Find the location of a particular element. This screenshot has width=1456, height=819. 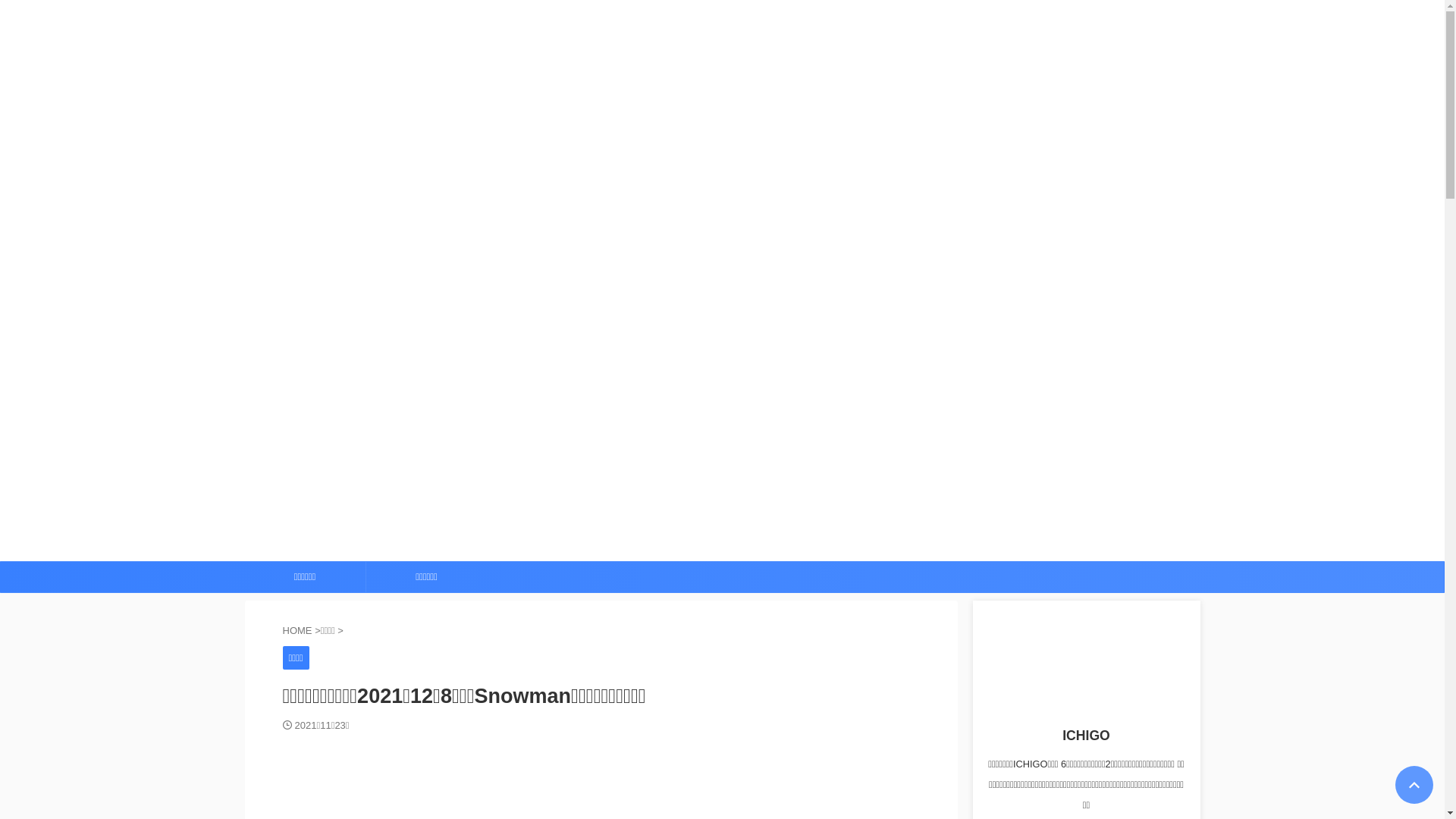

'HOME' is located at coordinates (298, 630).